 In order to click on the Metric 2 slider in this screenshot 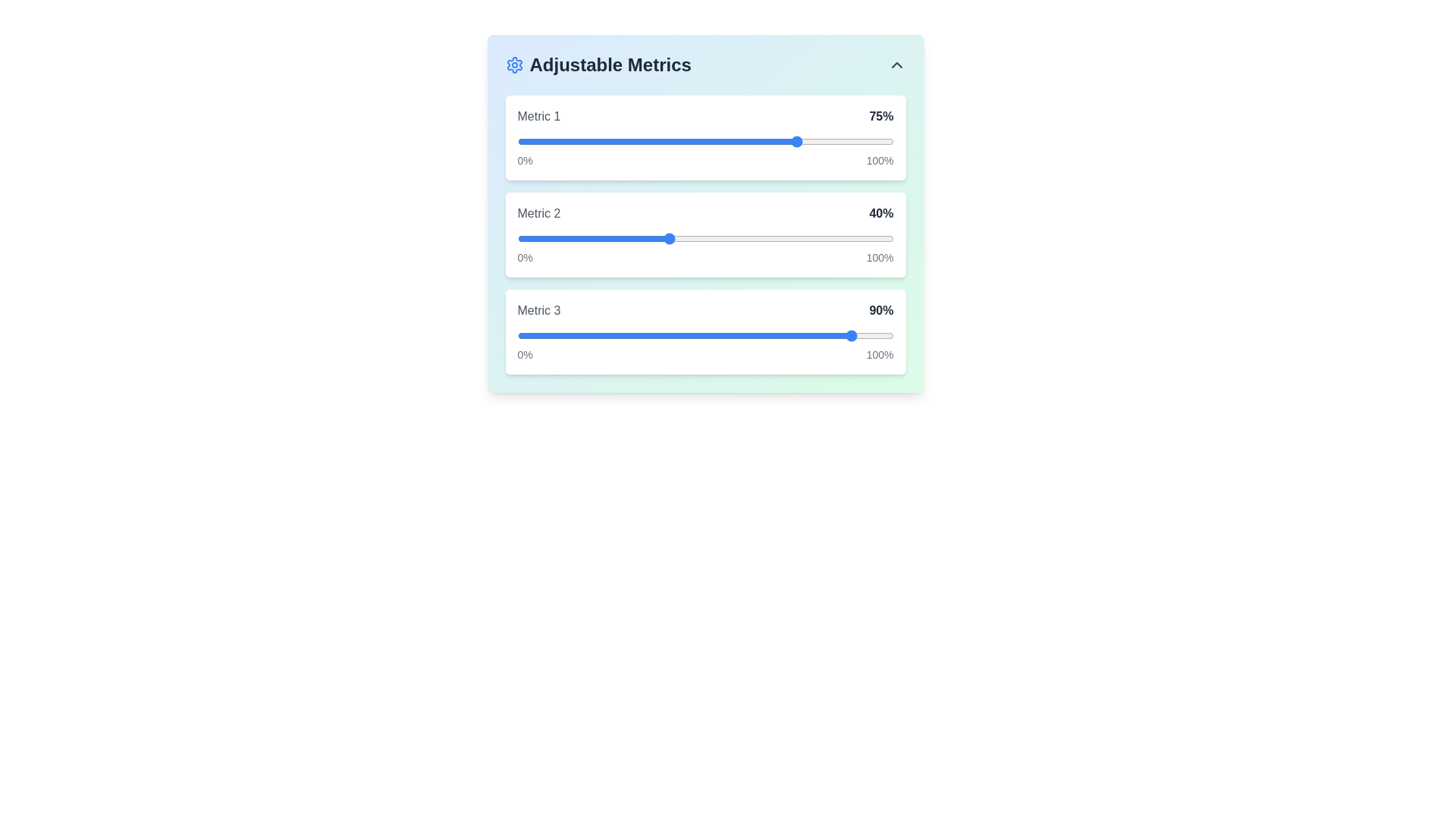, I will do `click(642, 239)`.